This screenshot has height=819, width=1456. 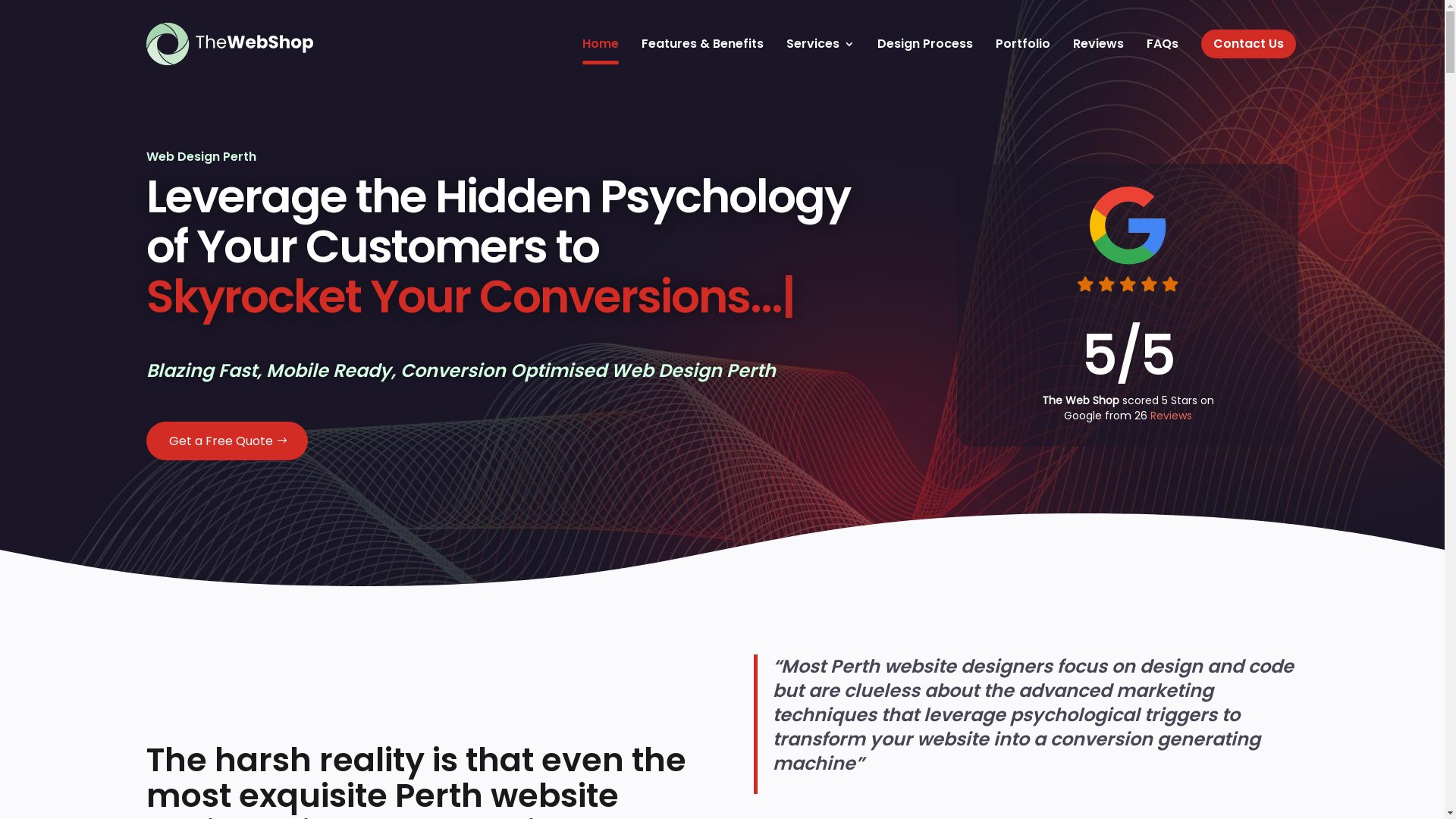 I want to click on 'Services', so click(x=818, y=42).